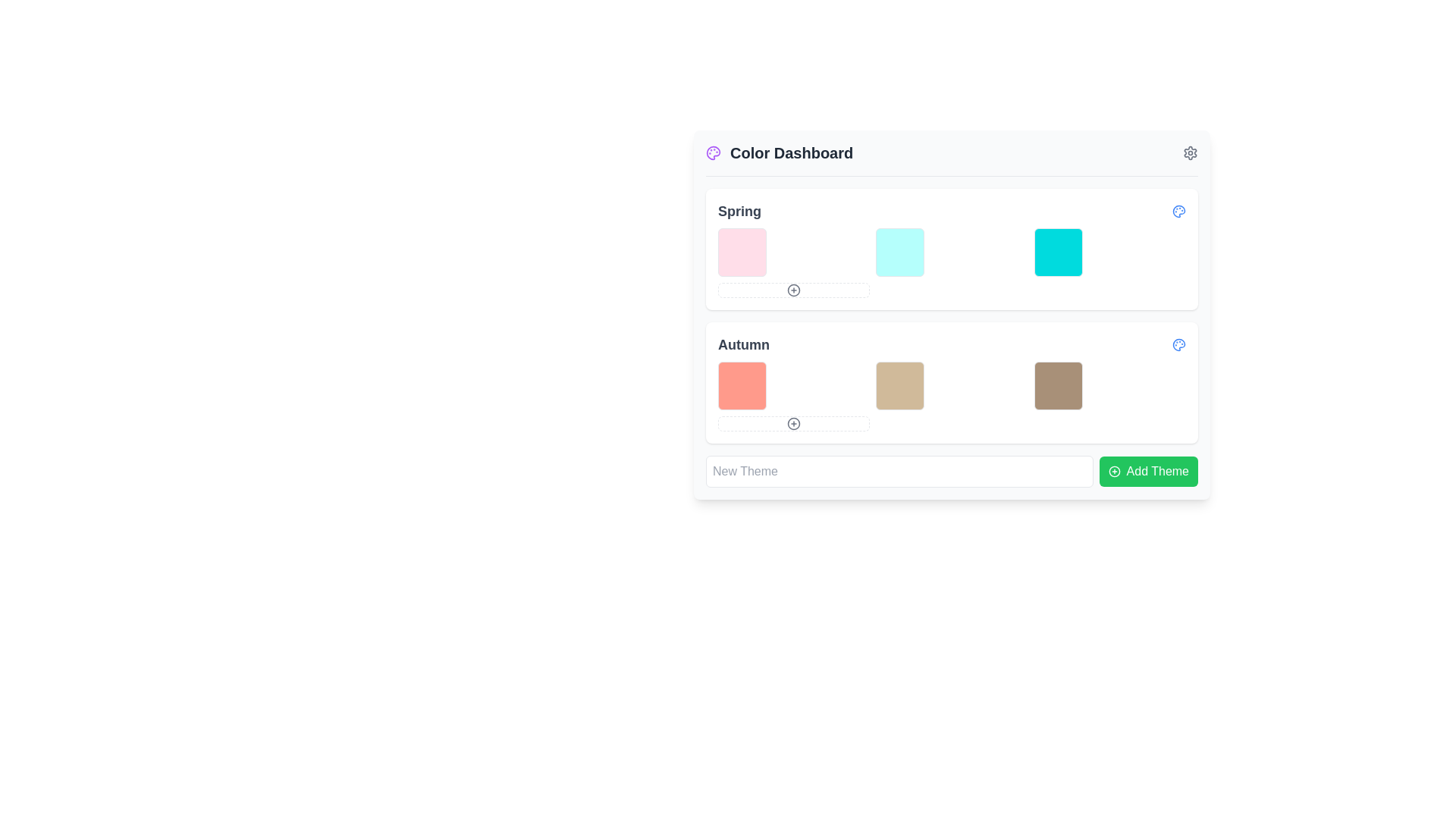 The image size is (1456, 819). What do you see at coordinates (793, 424) in the screenshot?
I see `the circular plus icon button located in the 'Autumn' section, which is styled with a stroke outline and is the only circular icon present` at bounding box center [793, 424].